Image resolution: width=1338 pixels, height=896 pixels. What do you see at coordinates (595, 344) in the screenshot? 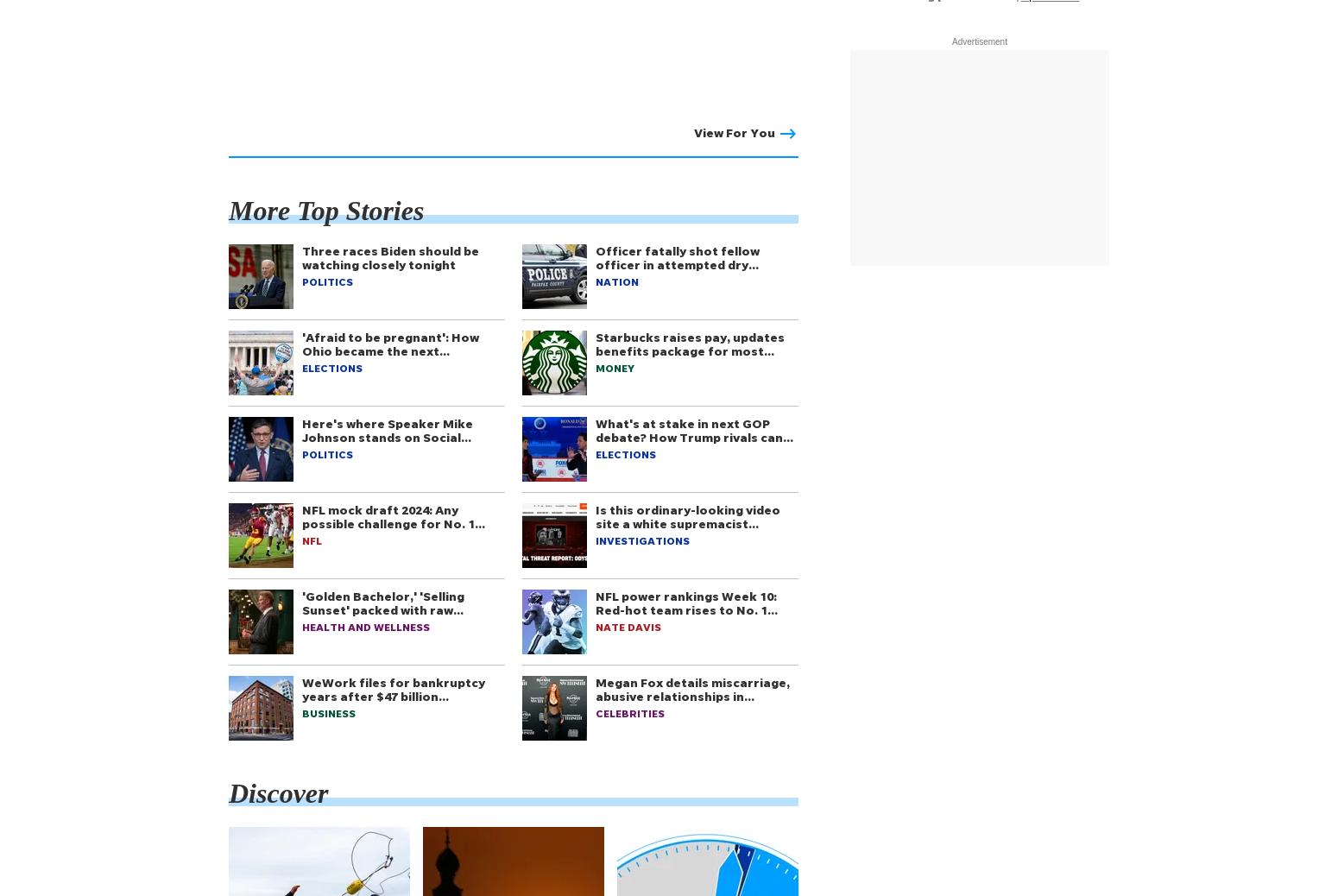
I see `'Starbucks raises pay, updates benefits package for most…'` at bounding box center [595, 344].